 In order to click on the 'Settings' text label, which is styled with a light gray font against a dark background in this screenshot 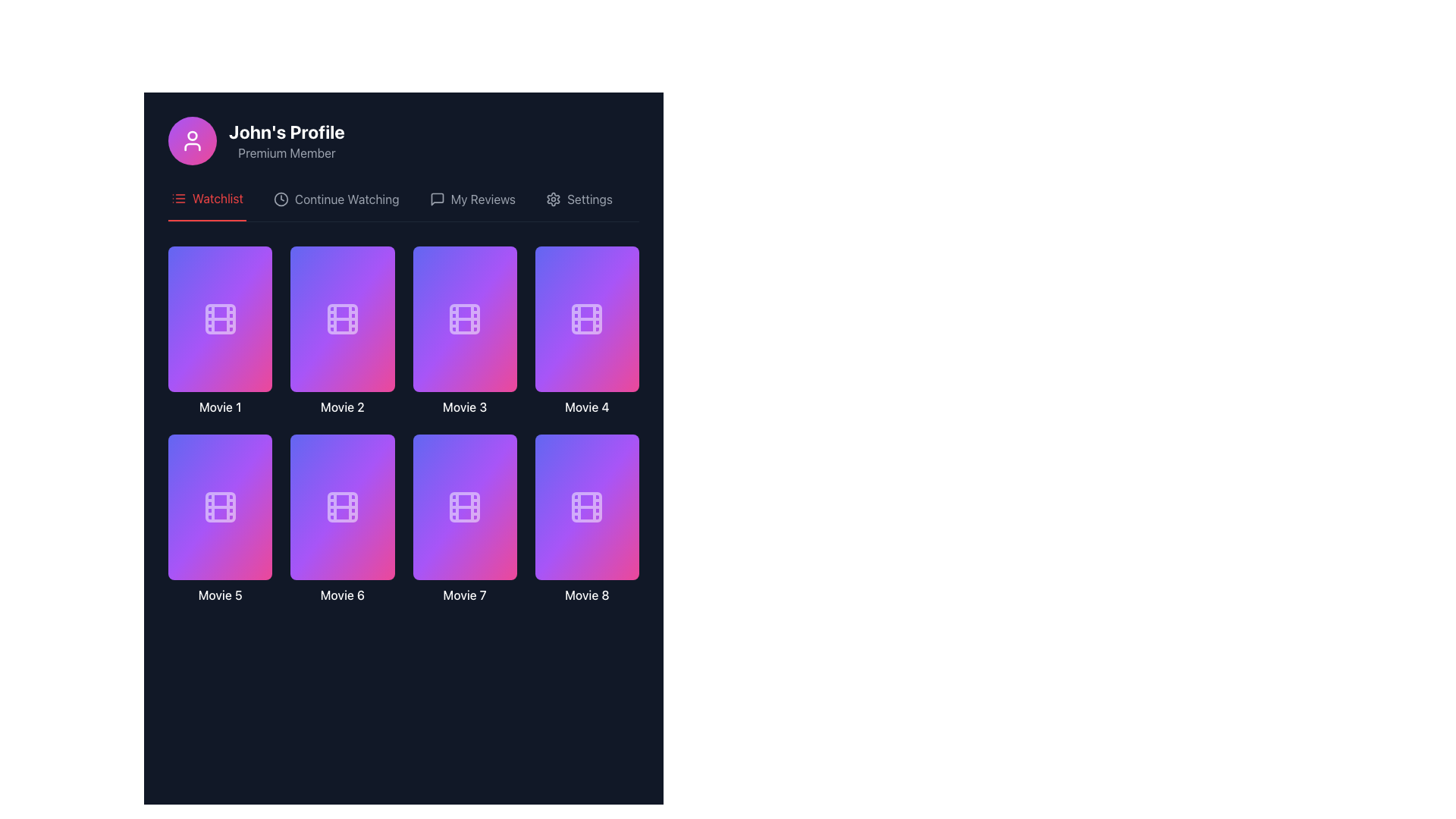, I will do `click(588, 198)`.